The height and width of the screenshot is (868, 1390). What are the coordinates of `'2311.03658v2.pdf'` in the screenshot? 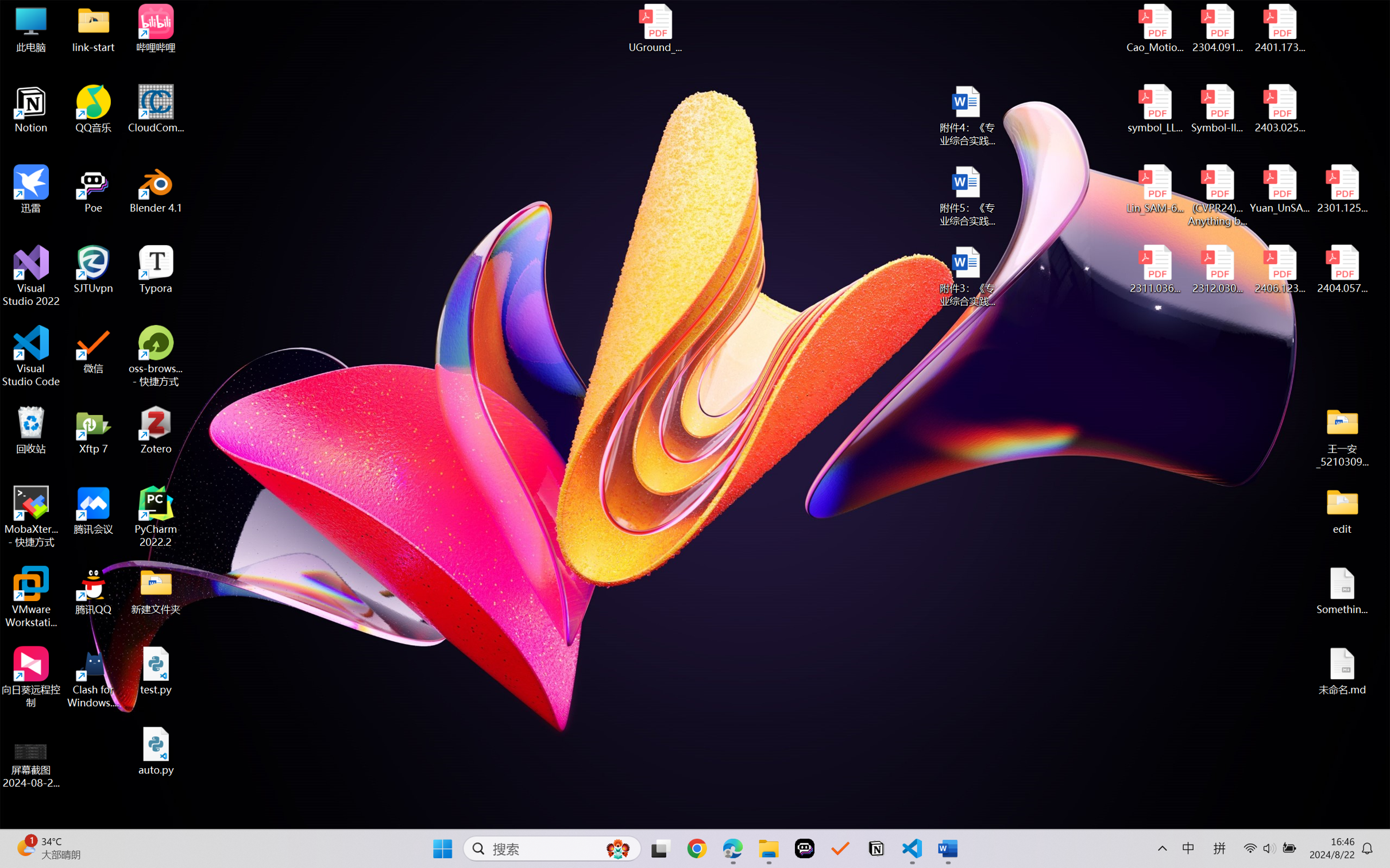 It's located at (1155, 269).